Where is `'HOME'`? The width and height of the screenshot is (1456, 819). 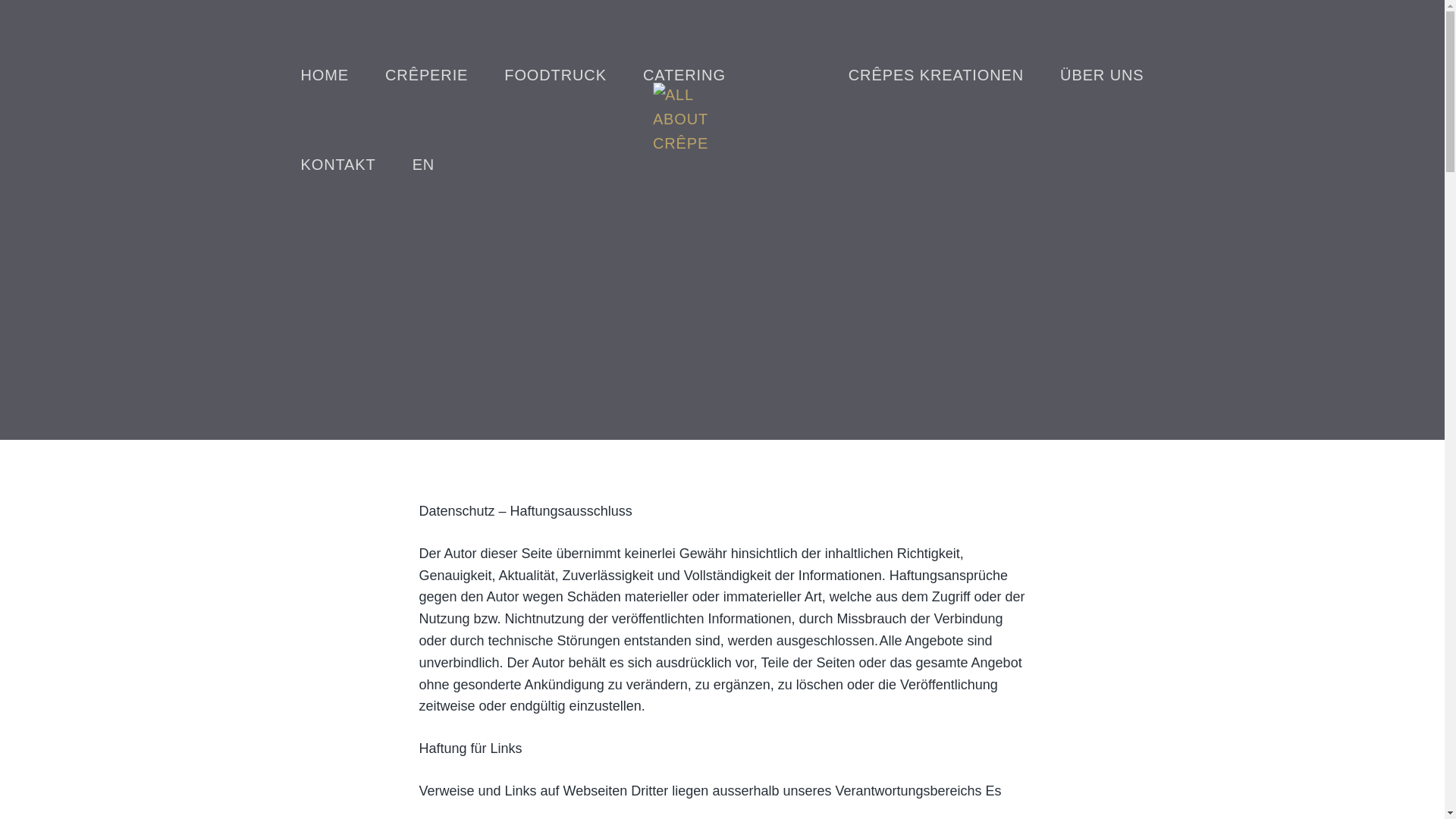 'HOME' is located at coordinates (323, 75).